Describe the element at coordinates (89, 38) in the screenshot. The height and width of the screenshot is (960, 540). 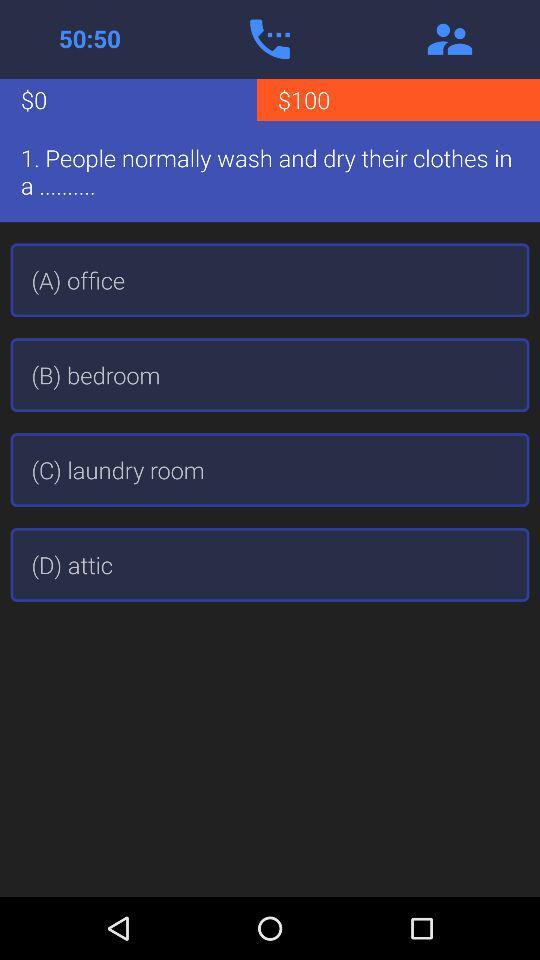
I see `the item above $0 item` at that location.